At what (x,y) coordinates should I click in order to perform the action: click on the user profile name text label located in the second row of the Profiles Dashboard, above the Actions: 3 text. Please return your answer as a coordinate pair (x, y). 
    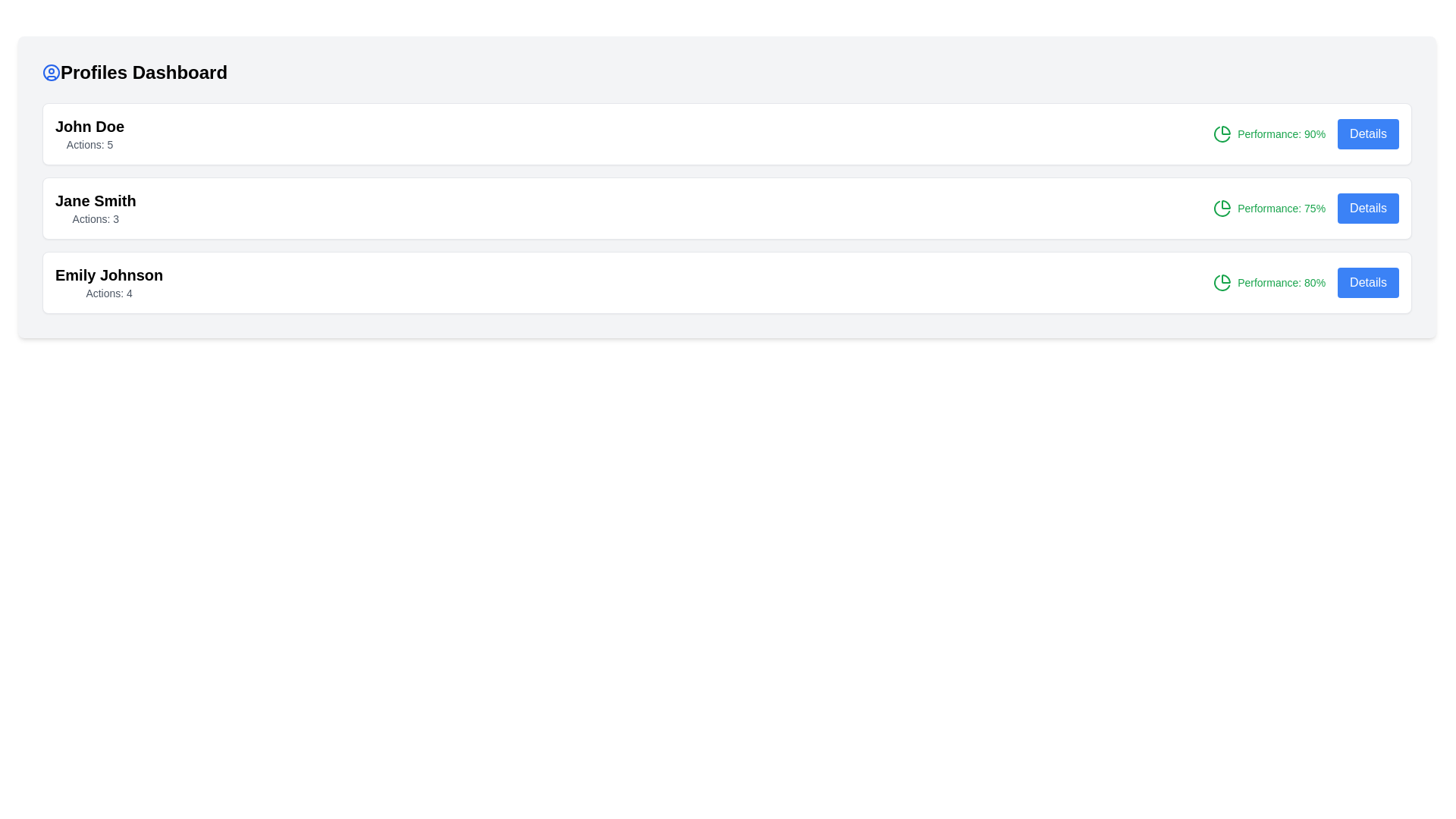
    Looking at the image, I should click on (95, 200).